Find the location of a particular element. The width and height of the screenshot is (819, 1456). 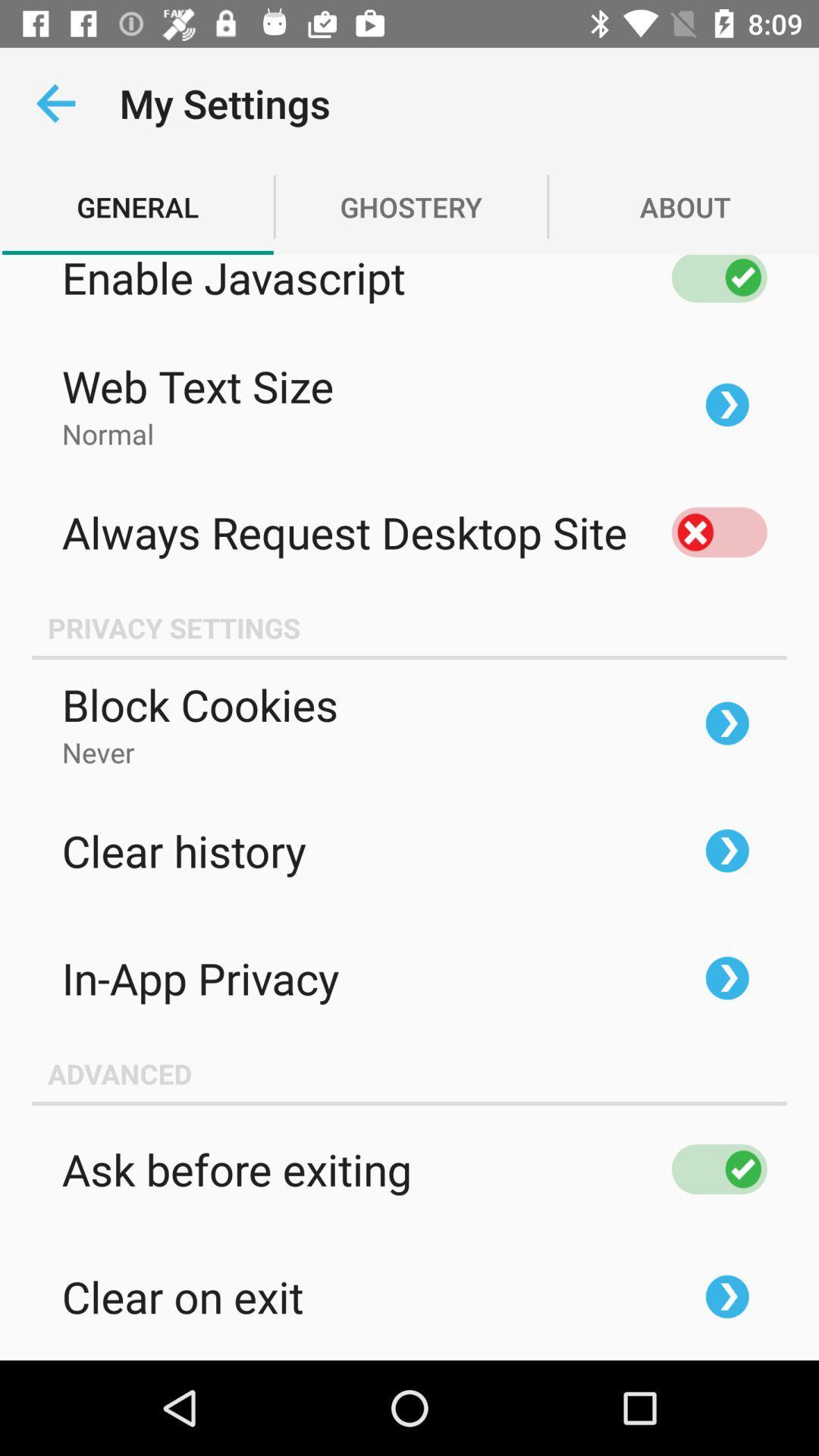

always request desktop site is located at coordinates (718, 532).